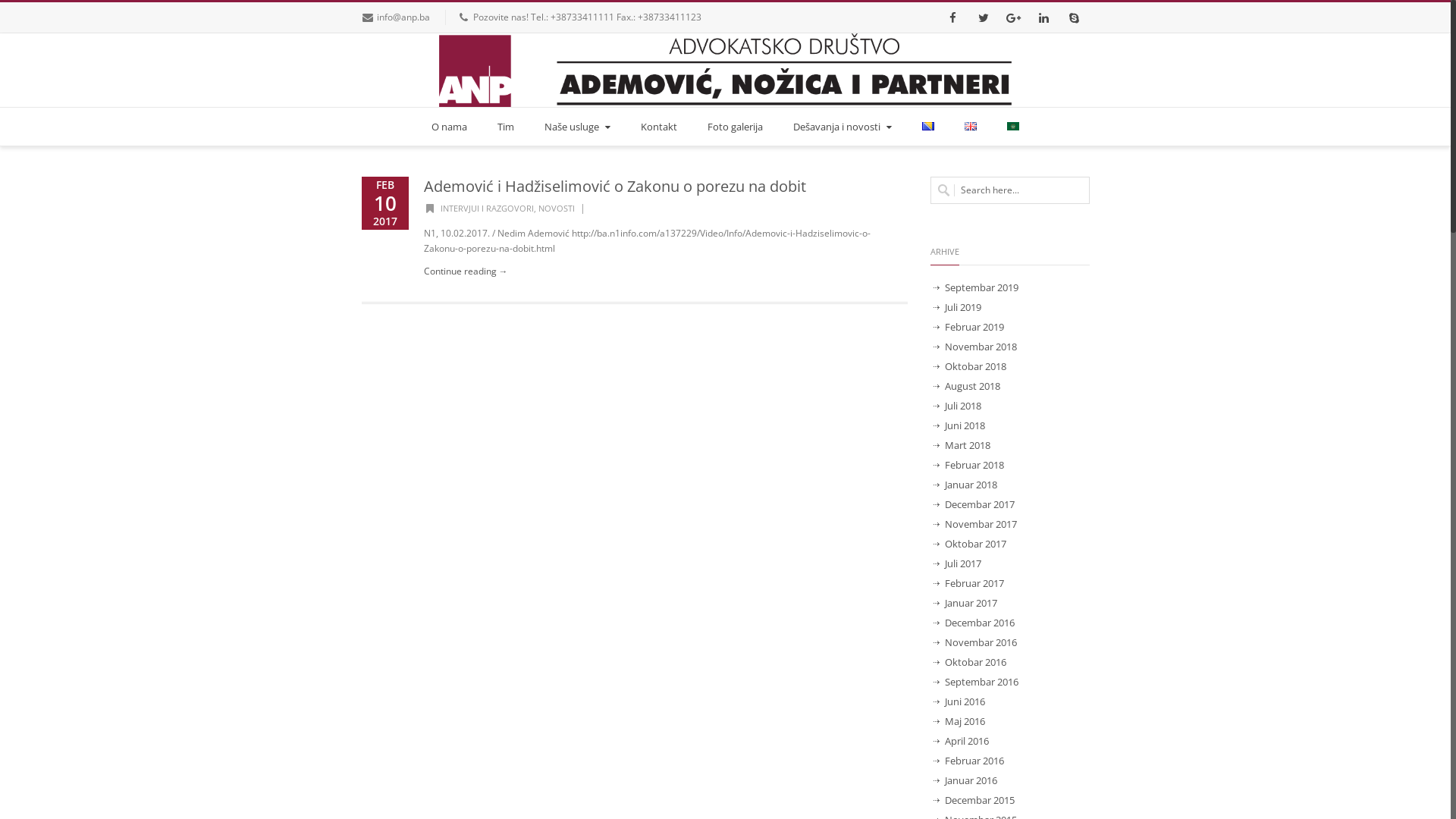 The height and width of the screenshot is (819, 1456). What do you see at coordinates (931, 464) in the screenshot?
I see `'Februar 2018'` at bounding box center [931, 464].